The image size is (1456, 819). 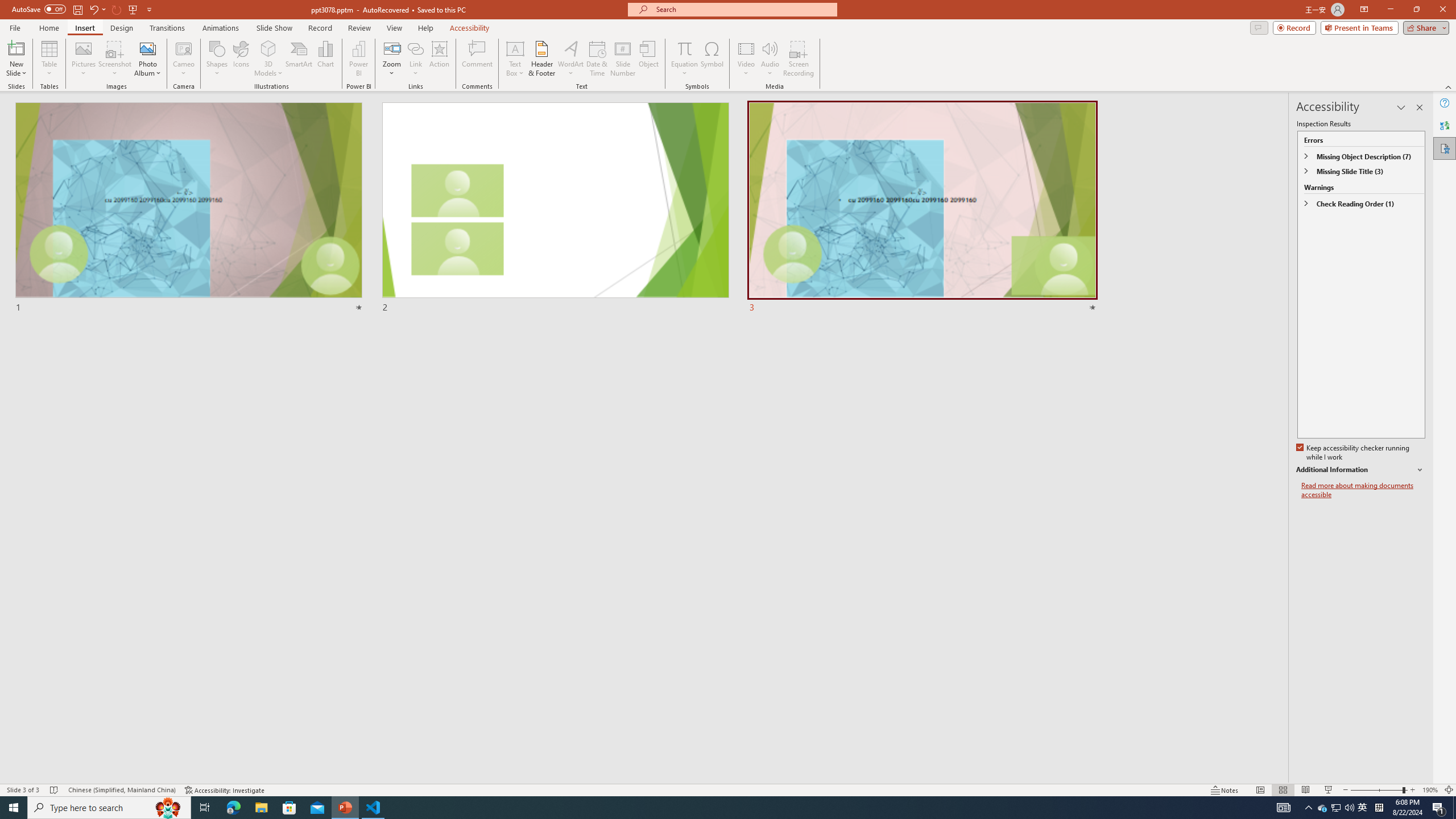 What do you see at coordinates (1360, 470) in the screenshot?
I see `'Additional Information'` at bounding box center [1360, 470].